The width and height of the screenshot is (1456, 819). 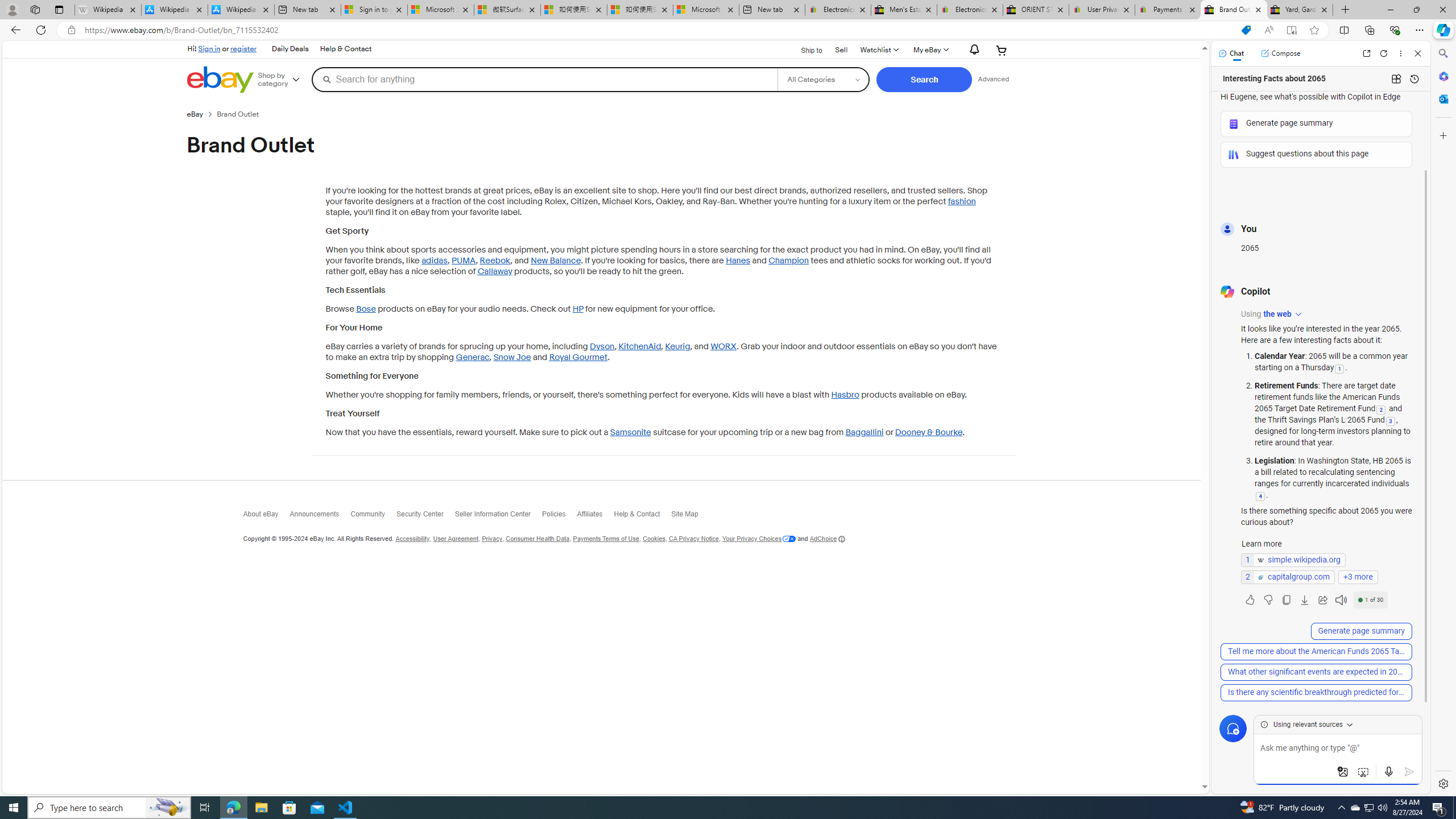 I want to click on 'Announcements', so click(x=320, y=516).